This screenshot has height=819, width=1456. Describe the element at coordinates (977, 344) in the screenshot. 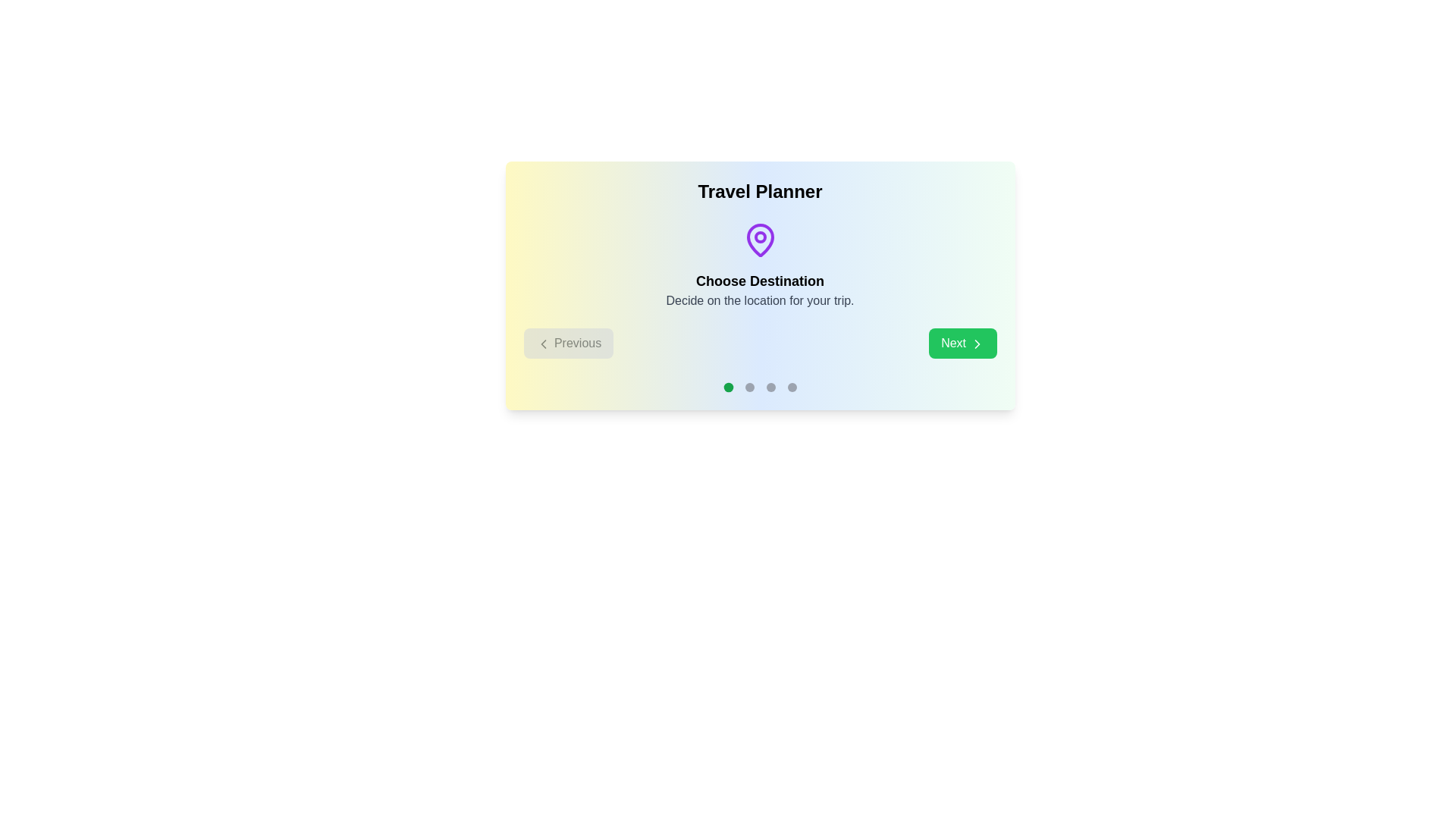

I see `the chevron icon located in the bottom-right section of the interface, which indicates progression or navigation as part of the 'Next' button` at that location.